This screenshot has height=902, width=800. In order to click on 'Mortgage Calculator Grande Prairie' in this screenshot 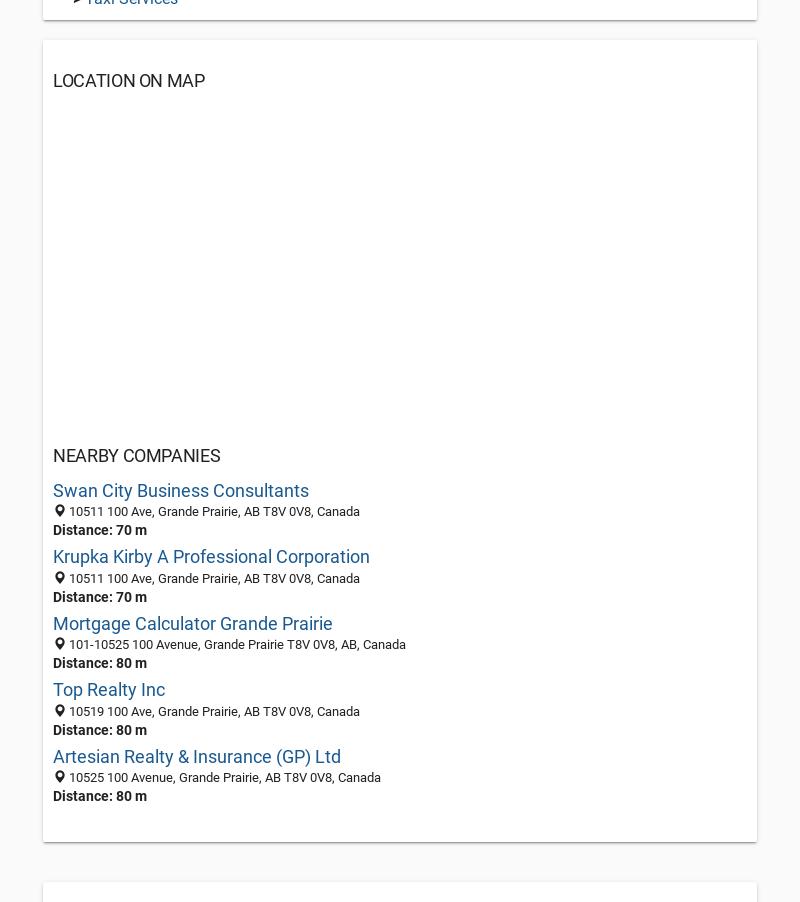, I will do `click(52, 622)`.